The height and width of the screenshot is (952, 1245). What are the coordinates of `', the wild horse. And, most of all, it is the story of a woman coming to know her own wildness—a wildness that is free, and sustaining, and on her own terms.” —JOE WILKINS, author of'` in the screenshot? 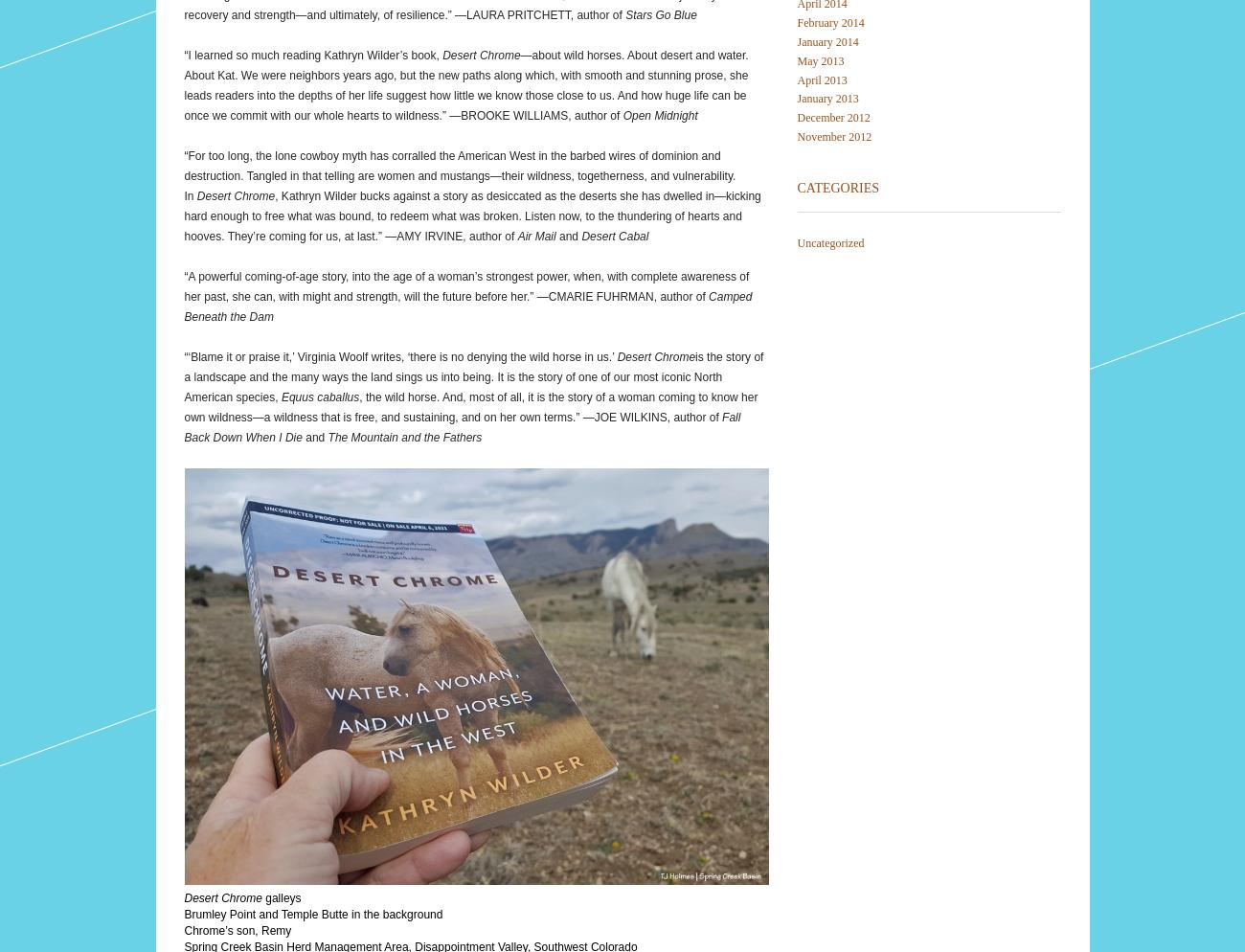 It's located at (470, 405).